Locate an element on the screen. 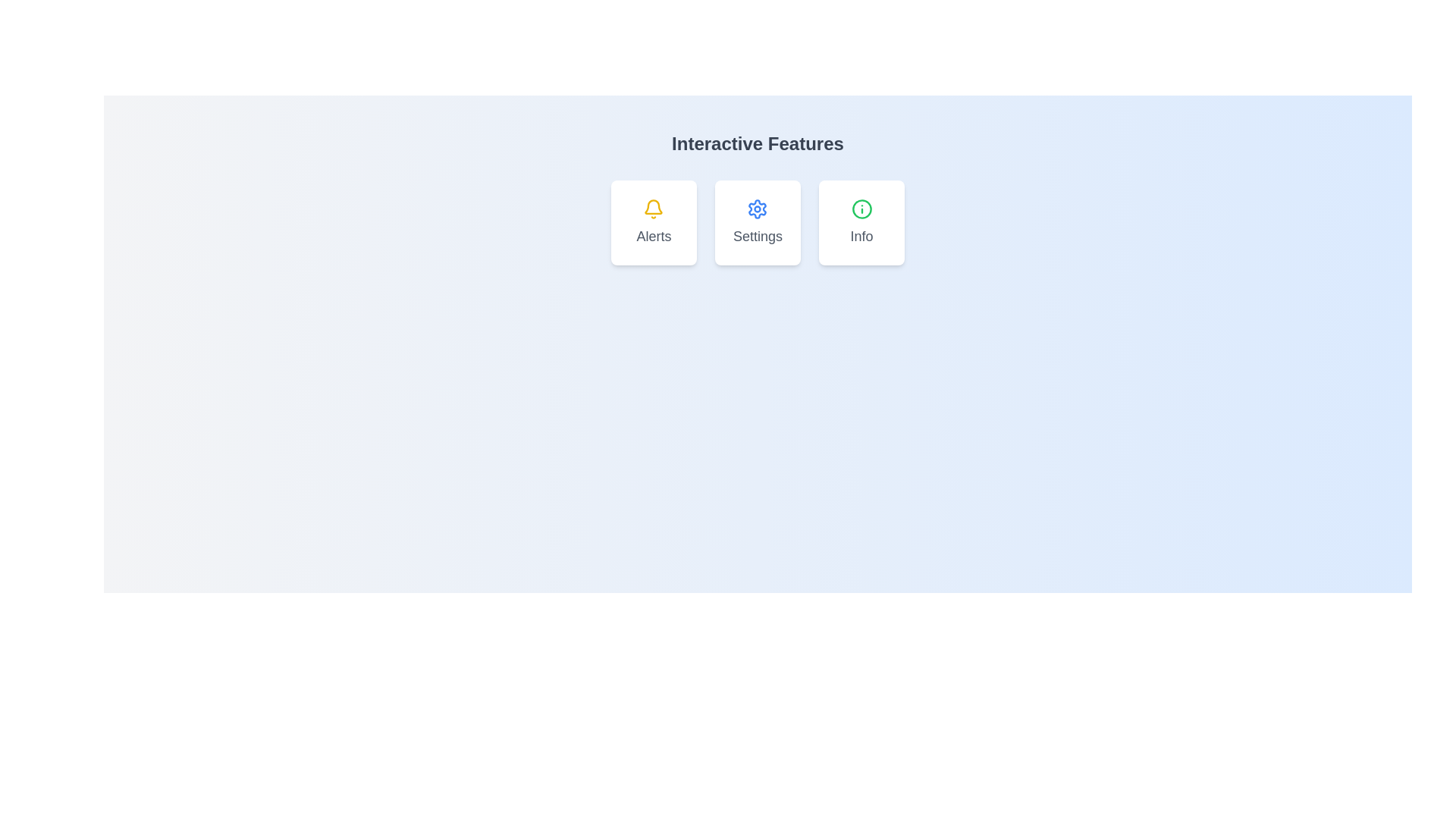 This screenshot has height=819, width=1456. the yellow bell icon located at the top of the 'Alerts' card, centered above the text label 'Alerts' is located at coordinates (654, 209).